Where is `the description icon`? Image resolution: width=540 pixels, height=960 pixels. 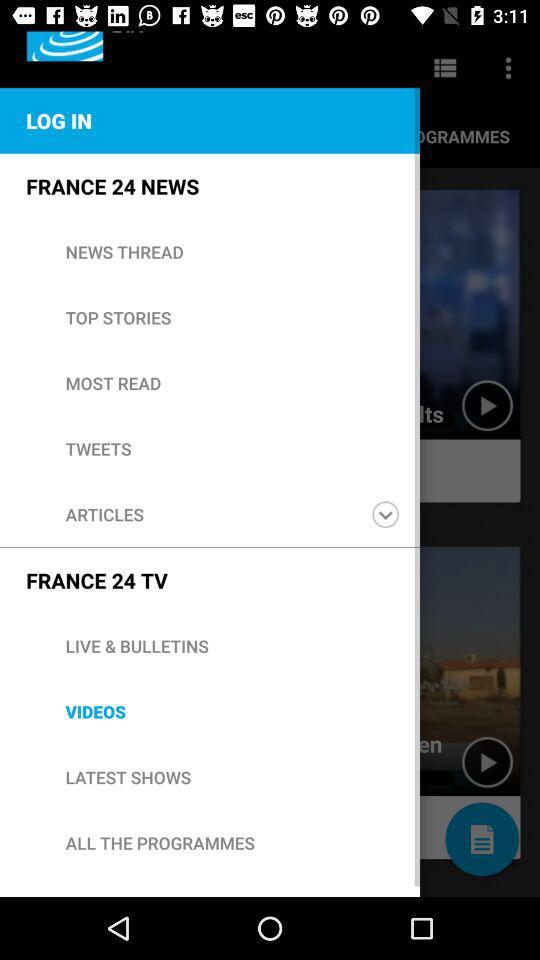
the description icon is located at coordinates (481, 839).